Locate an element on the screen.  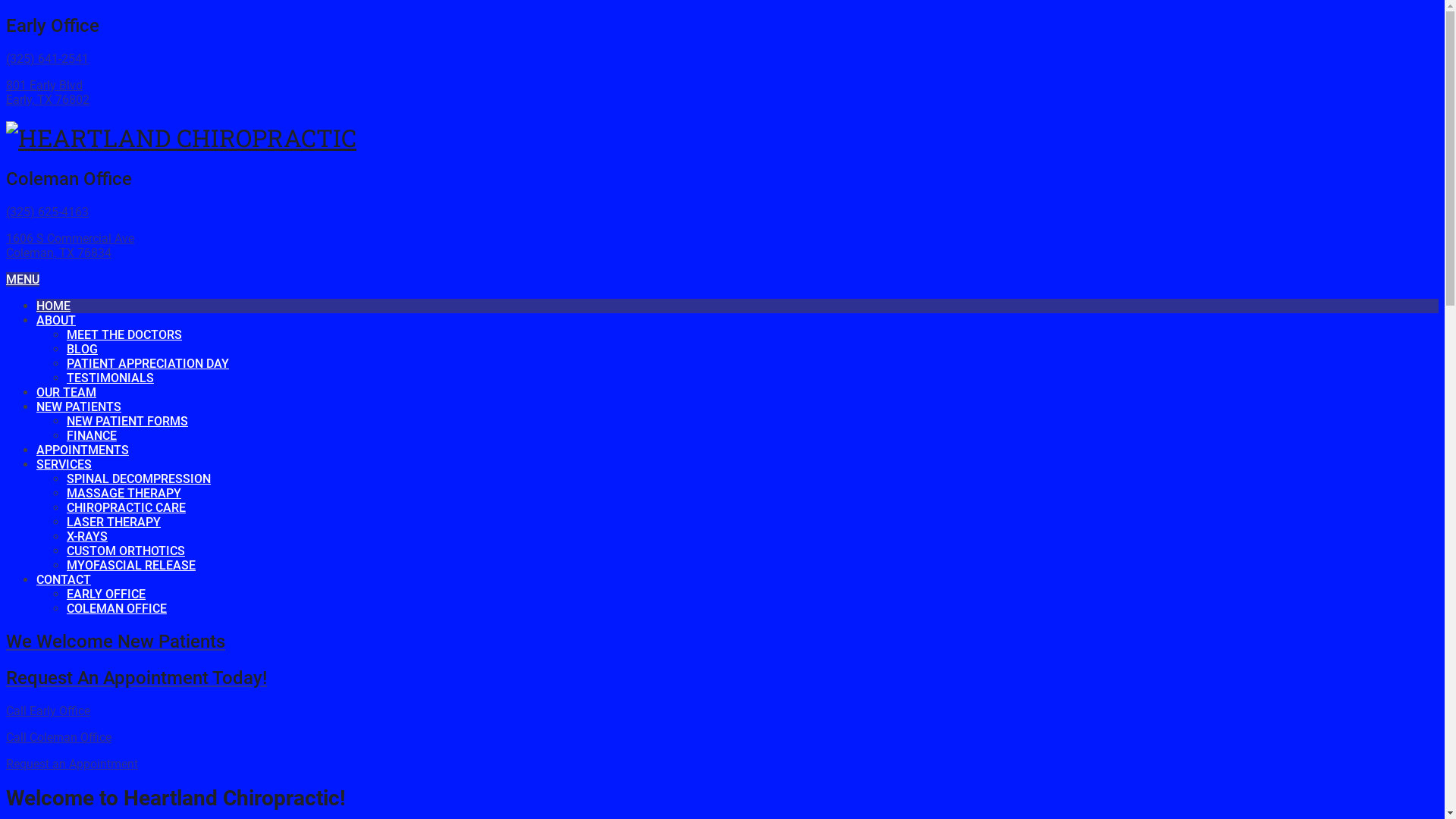
'801 Early Blvd is located at coordinates (47, 93).